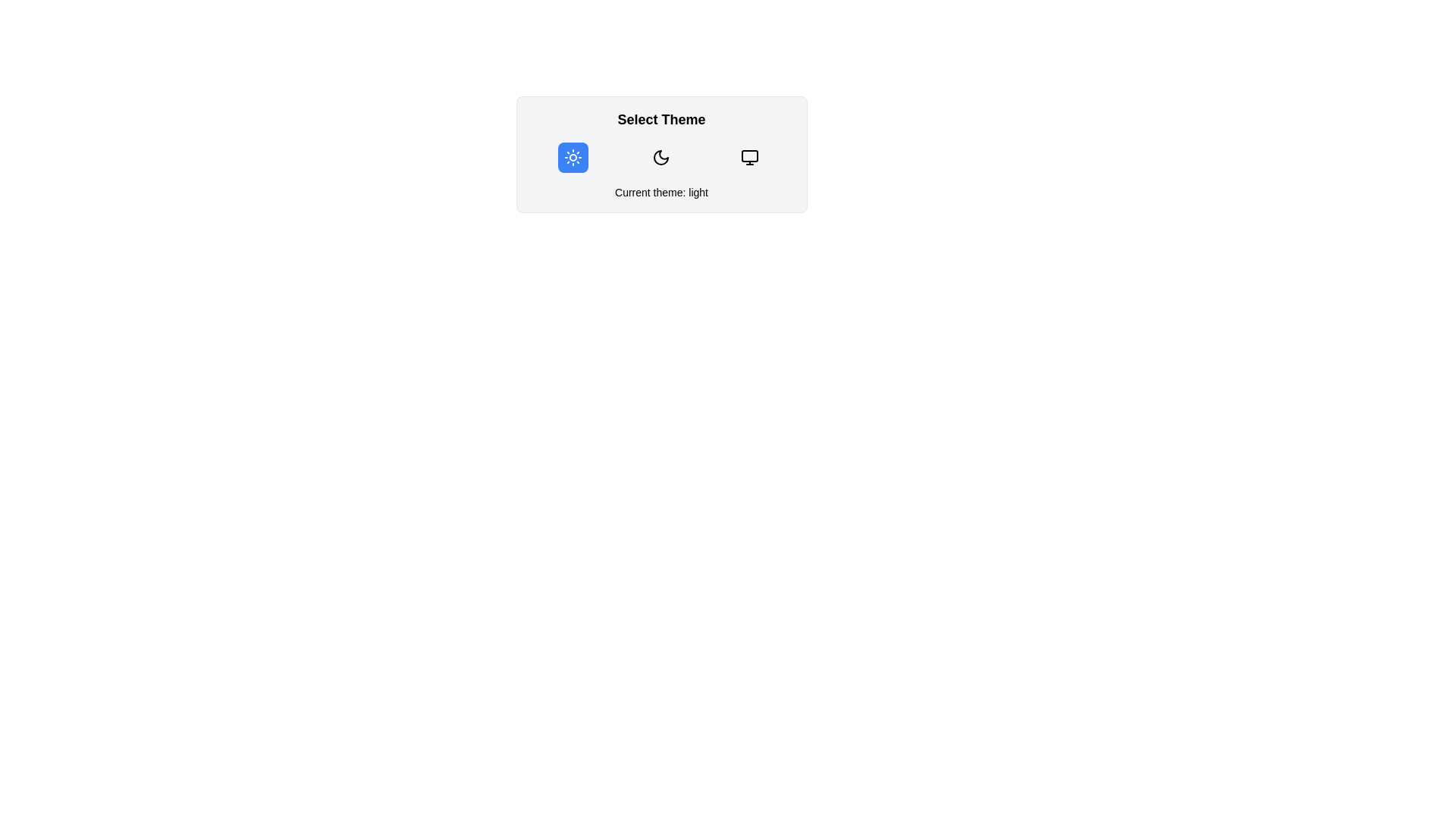  I want to click on the Icon component representing the monitor in the theme selection options, which is the third icon in the row, so click(750, 155).